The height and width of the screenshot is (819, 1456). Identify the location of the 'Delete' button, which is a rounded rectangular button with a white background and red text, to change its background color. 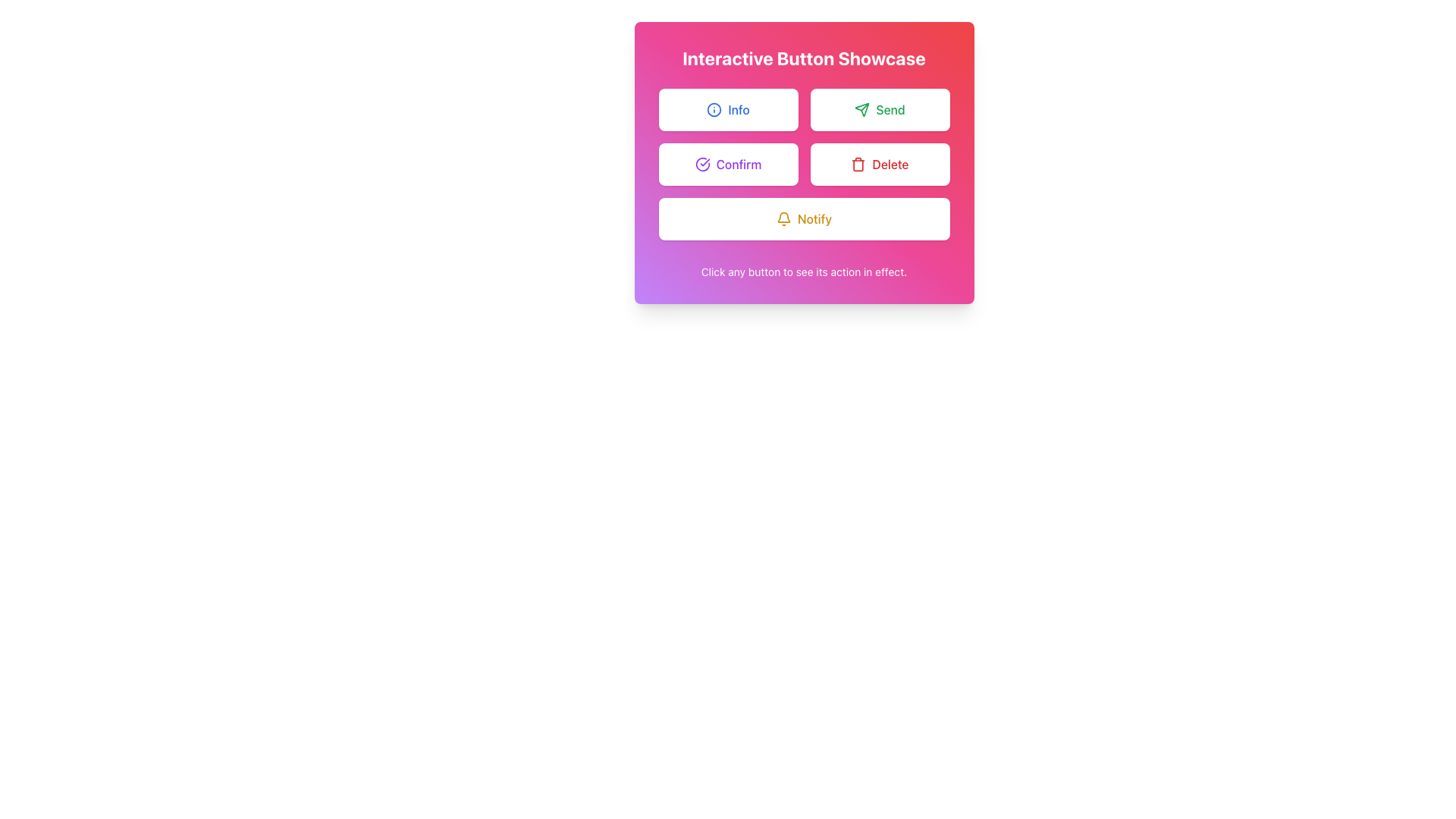
(880, 164).